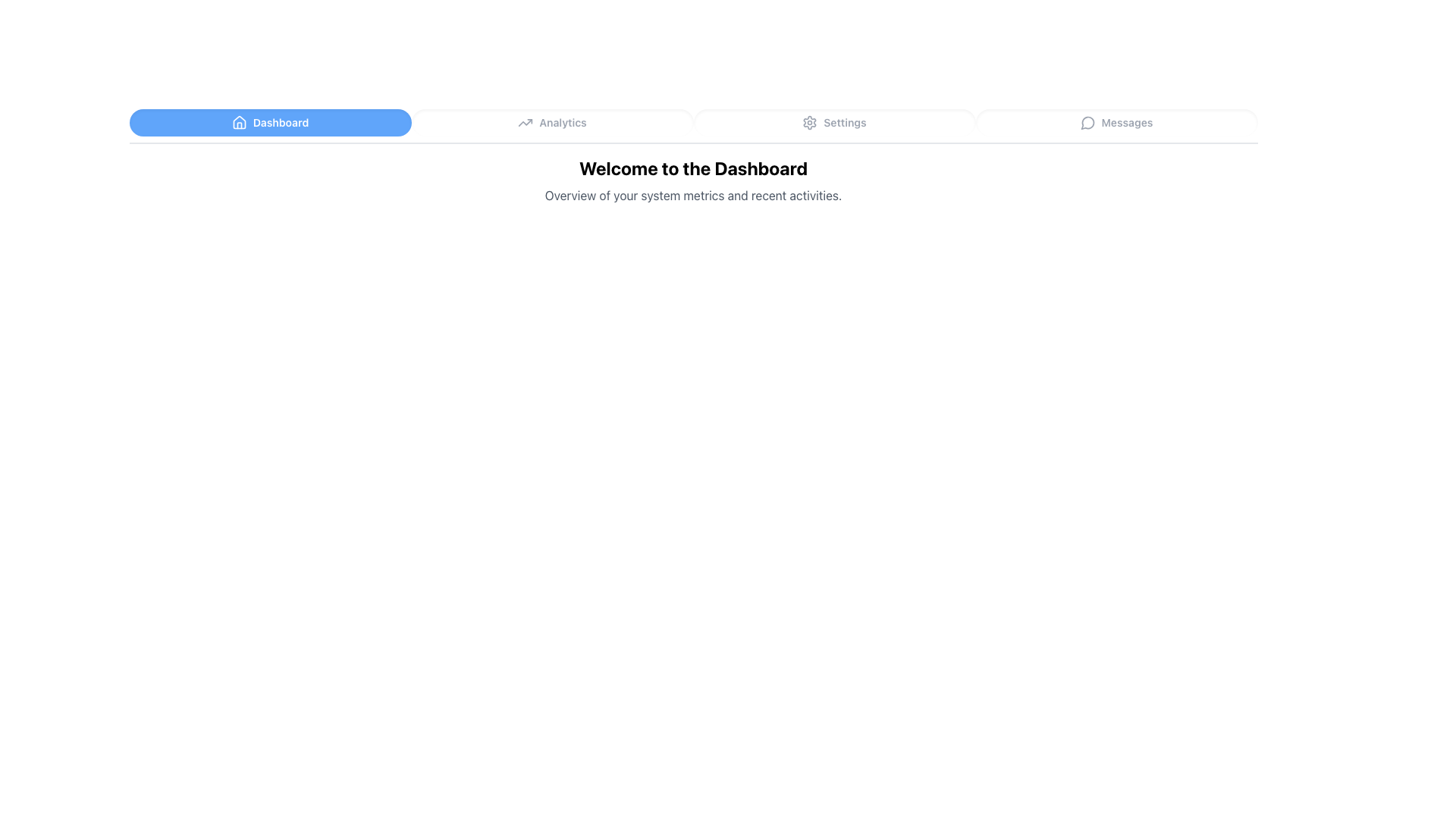 The width and height of the screenshot is (1456, 819). I want to click on the gear icon in the 'Settings' tab of the navigation bar, so click(809, 122).